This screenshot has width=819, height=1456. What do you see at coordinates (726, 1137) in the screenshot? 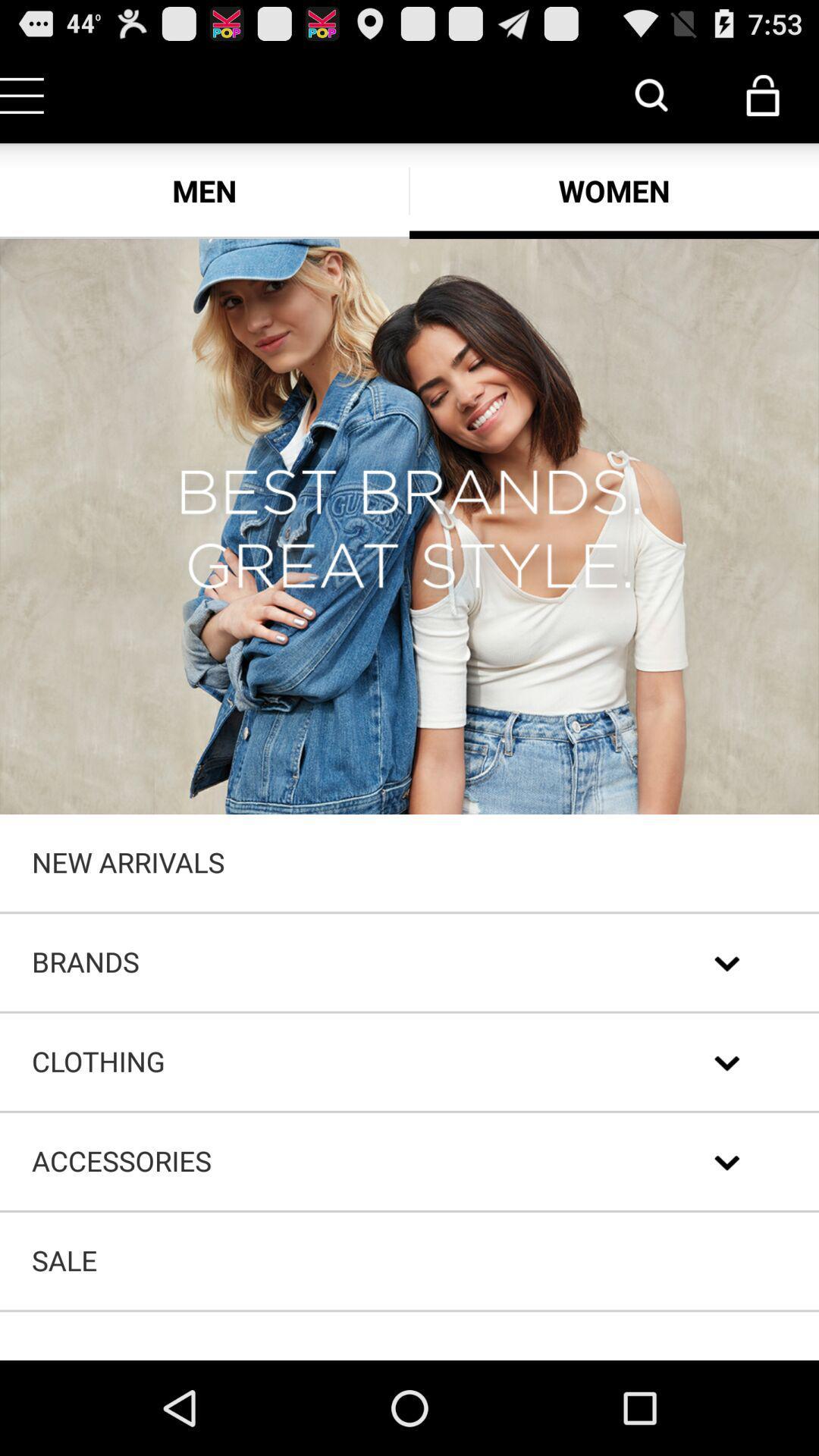
I see `the expand_more icon` at bounding box center [726, 1137].